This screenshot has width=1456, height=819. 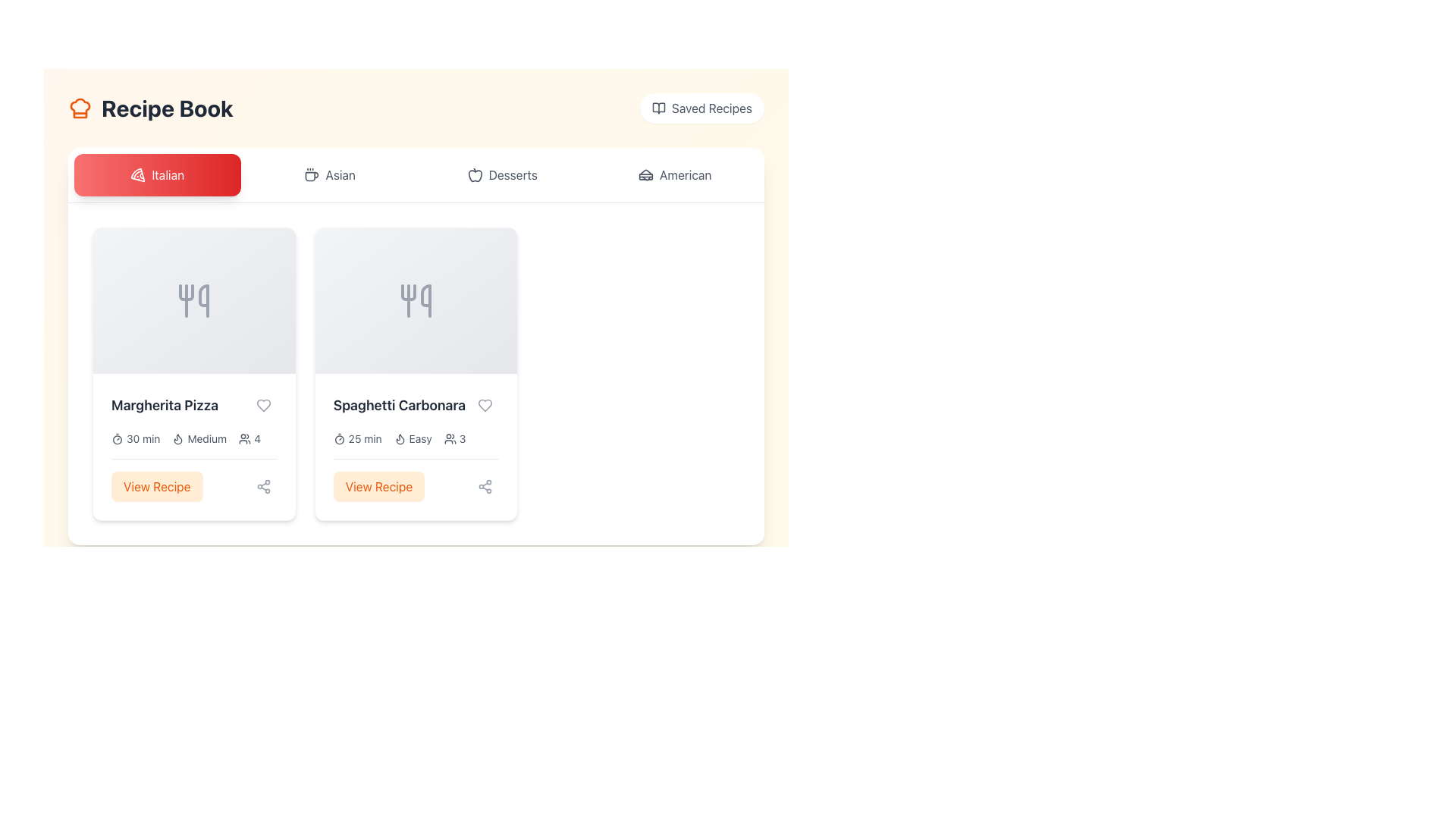 What do you see at coordinates (701, 107) in the screenshot?
I see `the navigation button in the top-right section above the recipes grid, adjacent to the title 'Recipe Book'` at bounding box center [701, 107].